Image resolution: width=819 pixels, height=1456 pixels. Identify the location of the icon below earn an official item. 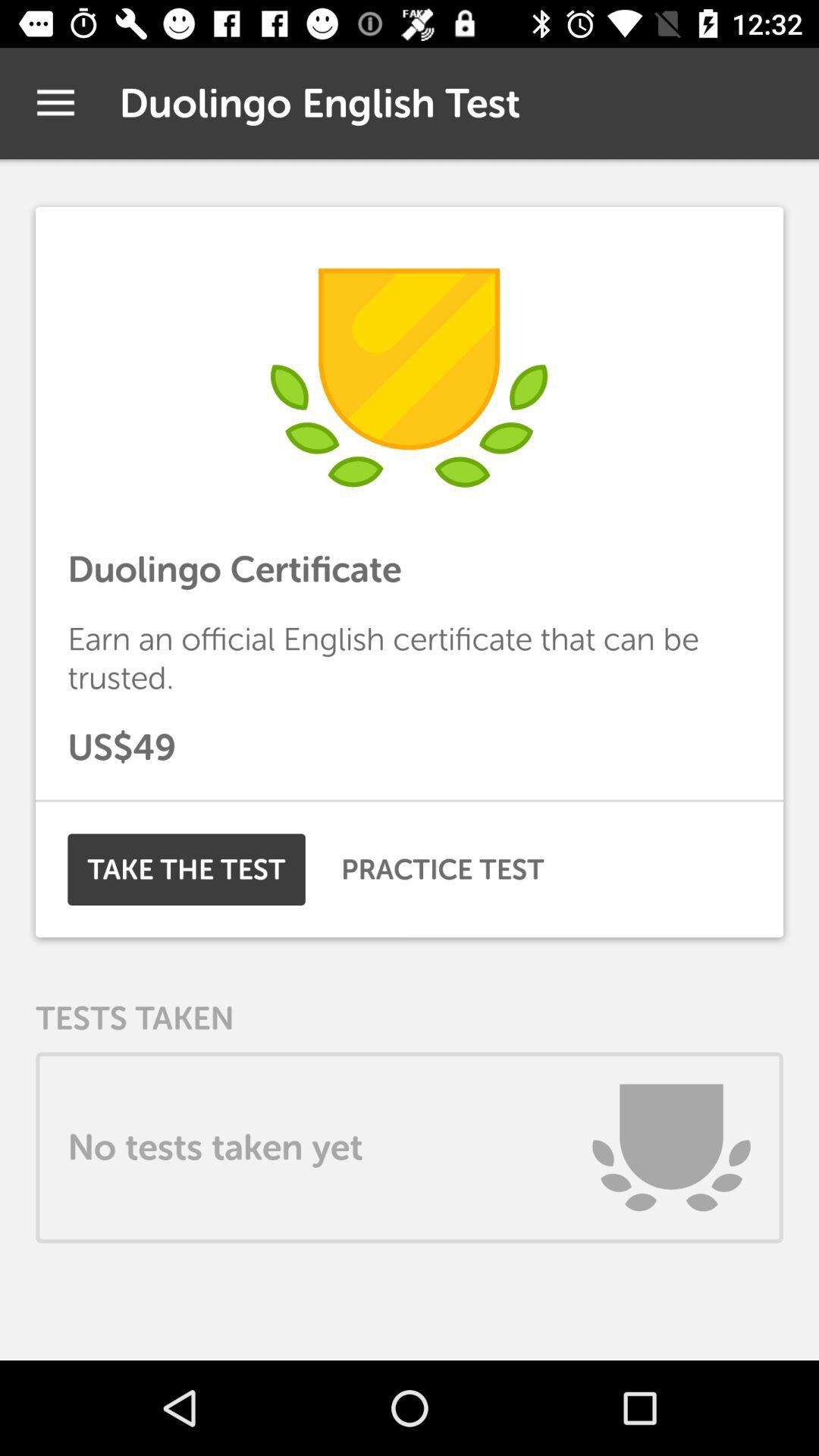
(409, 747).